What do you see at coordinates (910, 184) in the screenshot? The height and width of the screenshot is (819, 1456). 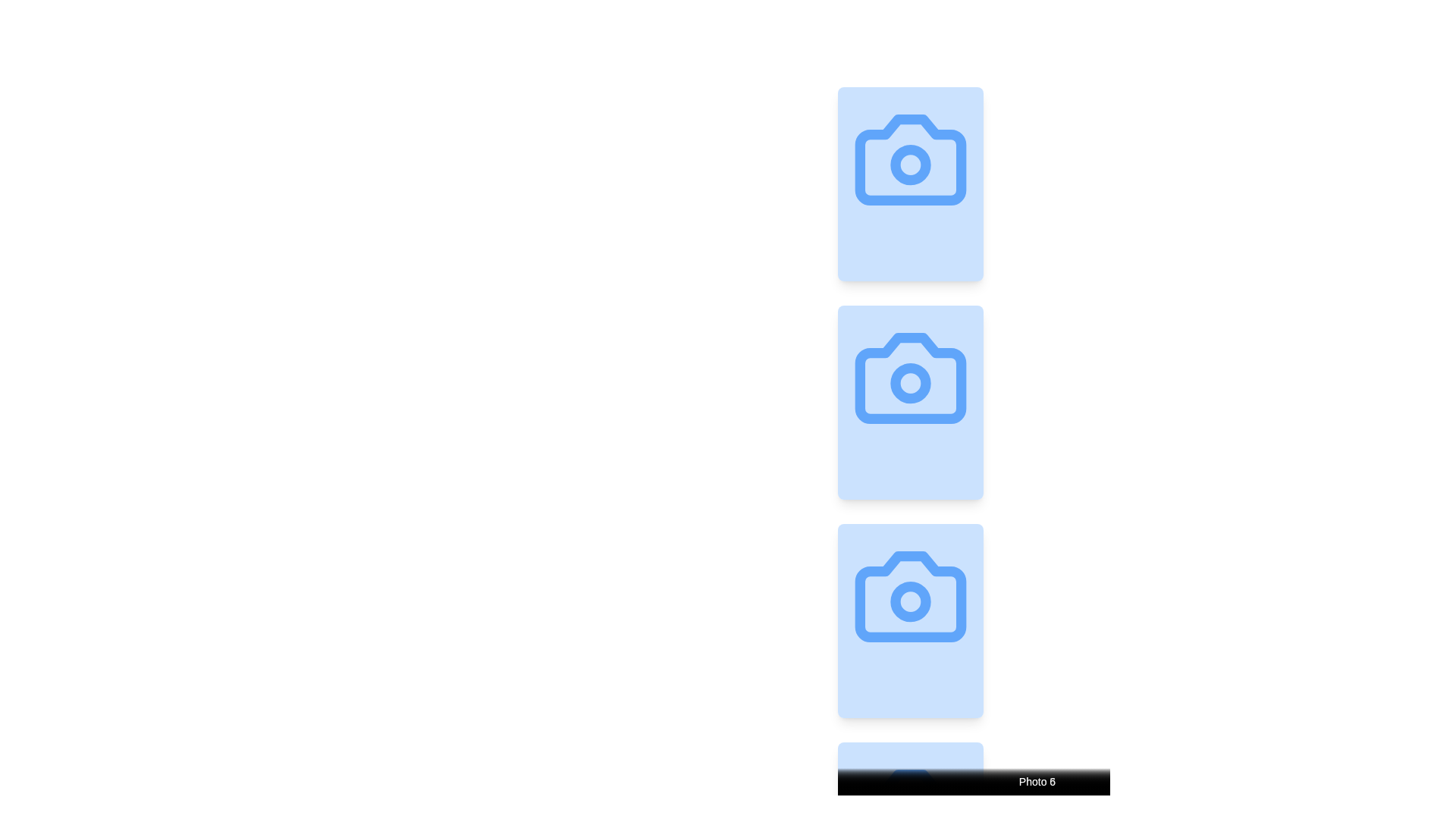 I see `the Image Card, which is a vertically oriented rectangular card with a light blue background and a centered camera icon, positioned at the top of a vertically stacked list` at bounding box center [910, 184].